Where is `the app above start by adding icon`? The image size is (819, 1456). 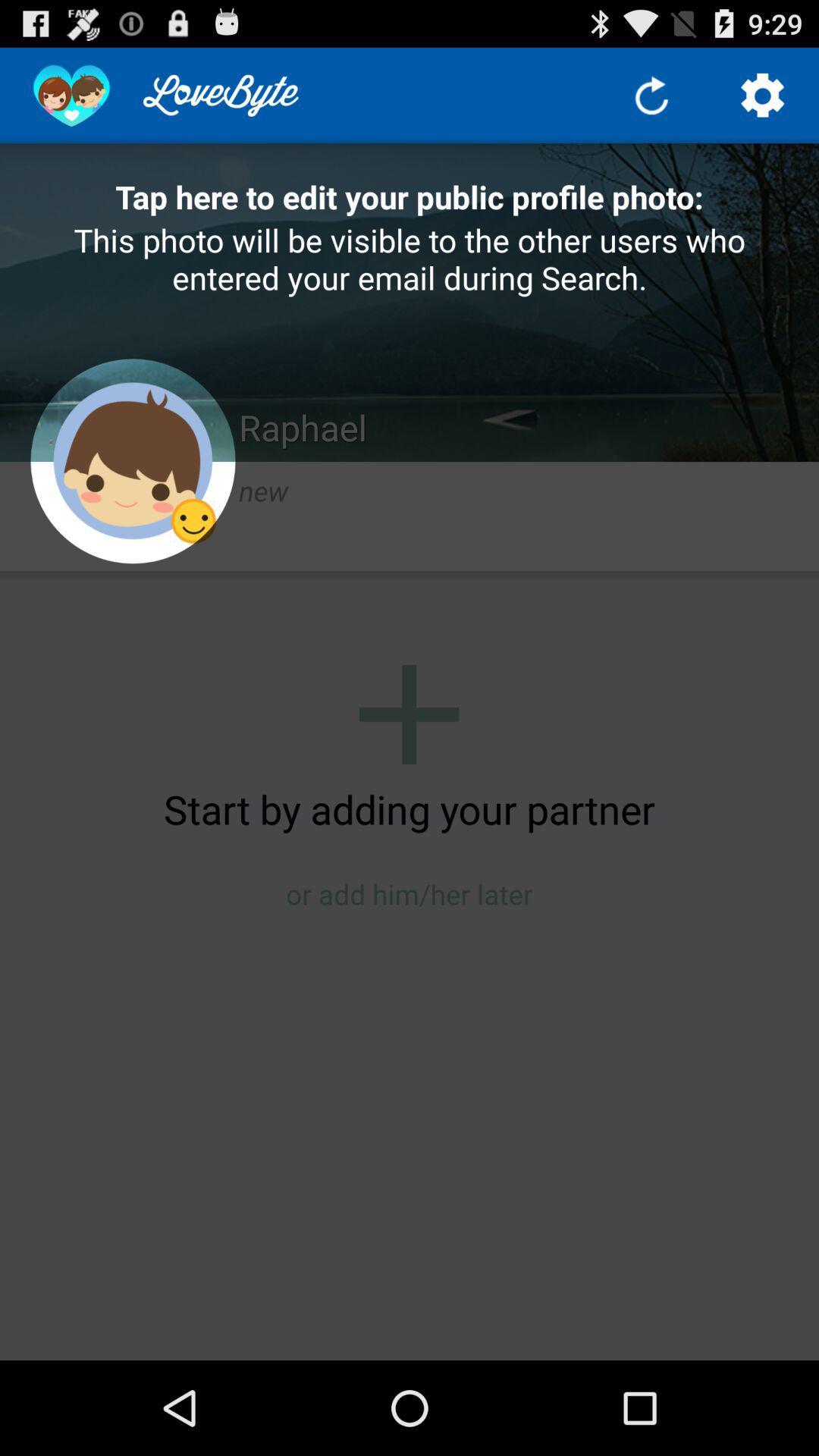
the app above start by adding icon is located at coordinates (408, 714).